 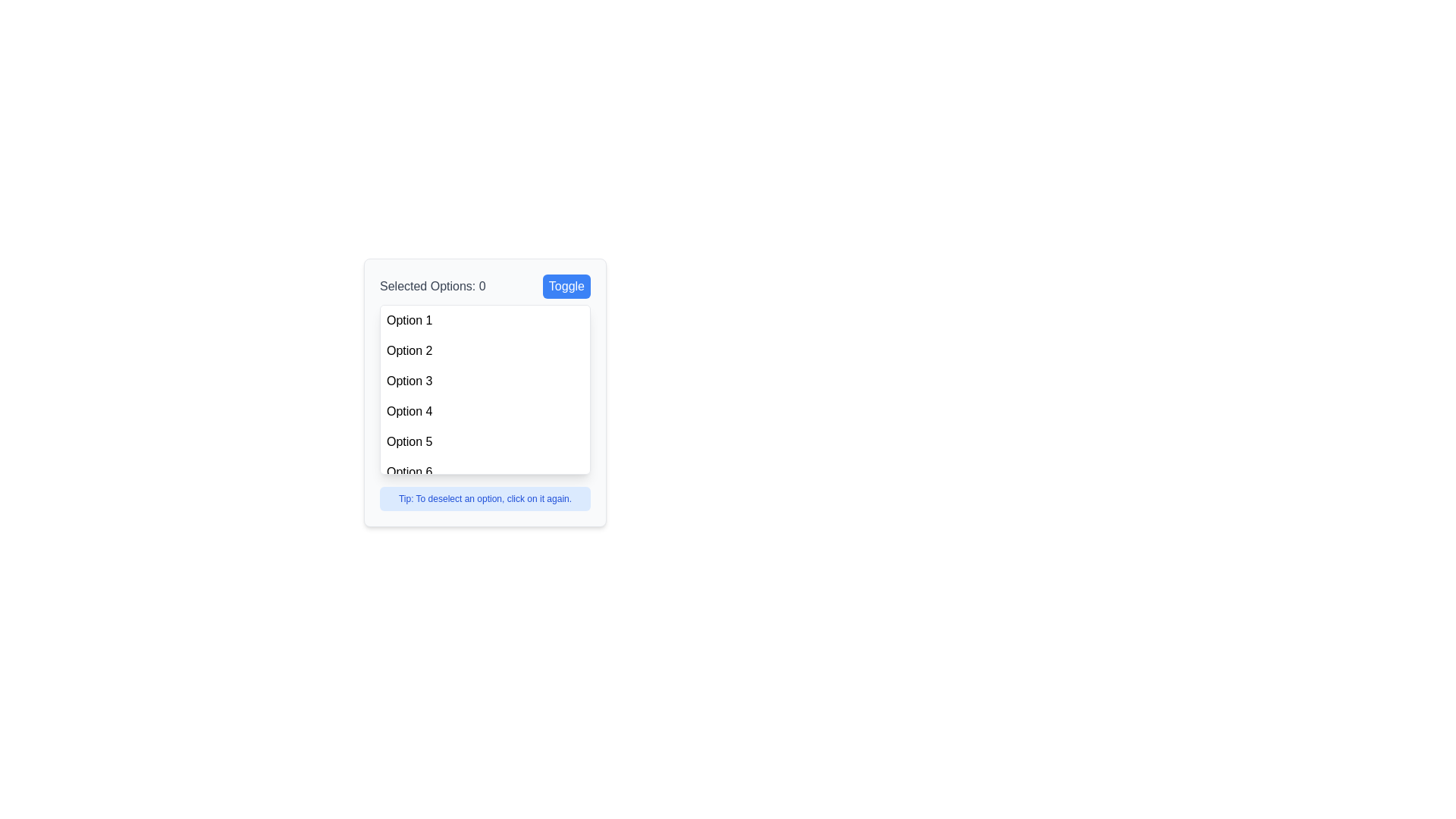 What do you see at coordinates (484, 441) in the screenshot?
I see `the 'Option 5' list item` at bounding box center [484, 441].